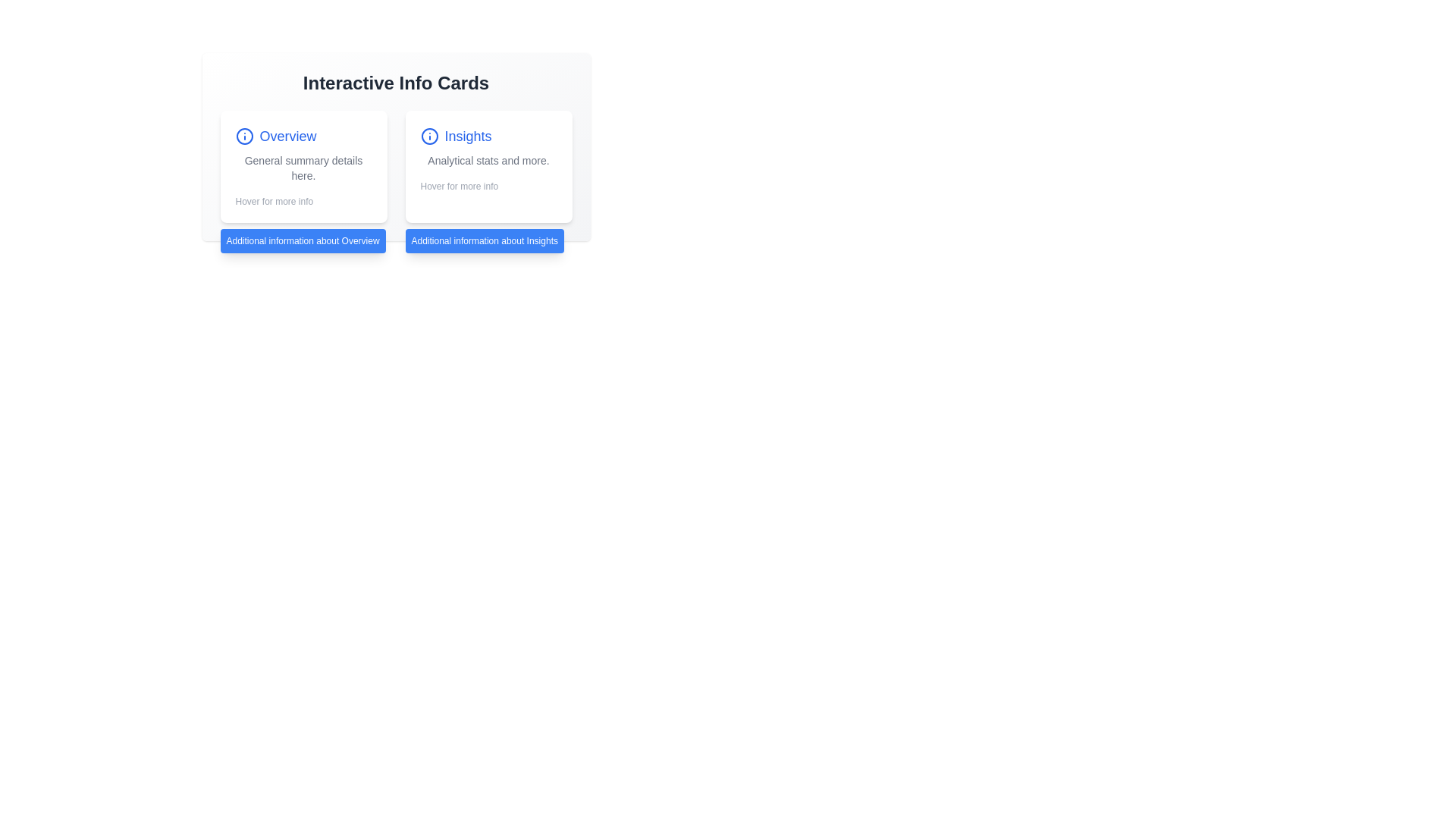 The height and width of the screenshot is (819, 1456). What do you see at coordinates (274, 201) in the screenshot?
I see `the text label that reads 'Hover for more info', located in the bottom-left section of the 'Overview' card` at bounding box center [274, 201].